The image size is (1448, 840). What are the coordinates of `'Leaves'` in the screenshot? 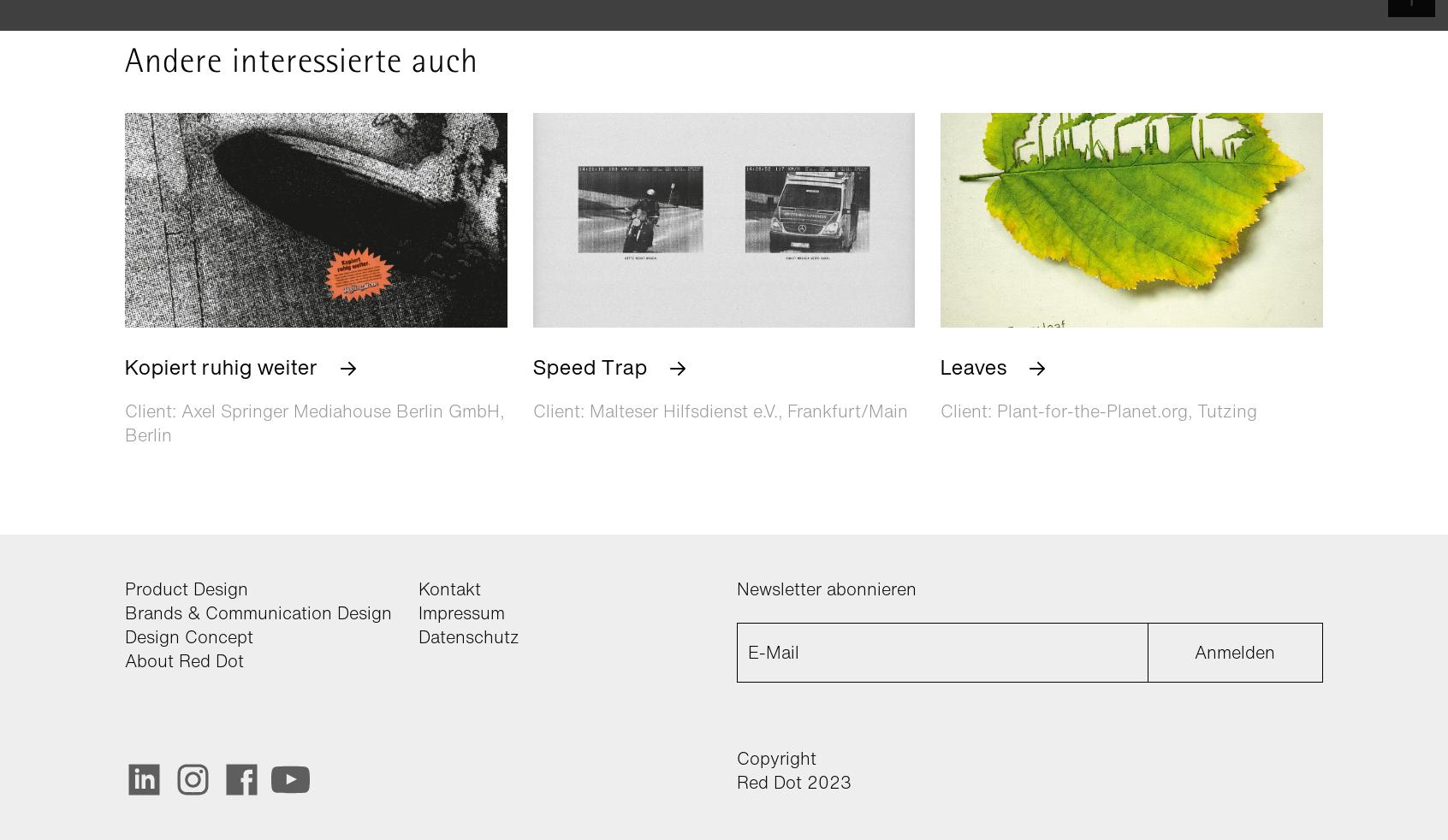 It's located at (975, 367).